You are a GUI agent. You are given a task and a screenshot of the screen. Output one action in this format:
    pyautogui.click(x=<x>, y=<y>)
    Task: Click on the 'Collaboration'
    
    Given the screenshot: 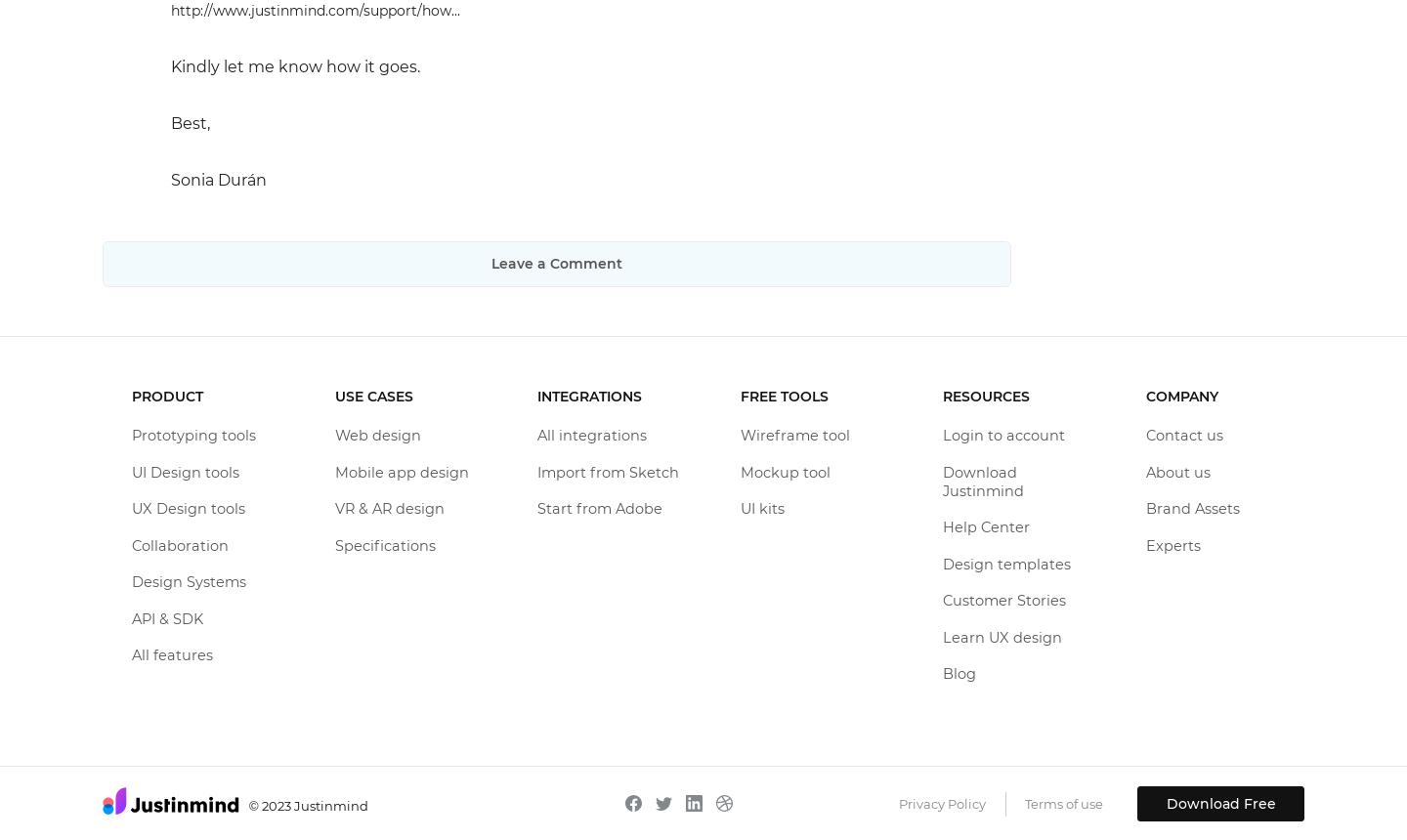 What is the action you would take?
    pyautogui.click(x=180, y=544)
    